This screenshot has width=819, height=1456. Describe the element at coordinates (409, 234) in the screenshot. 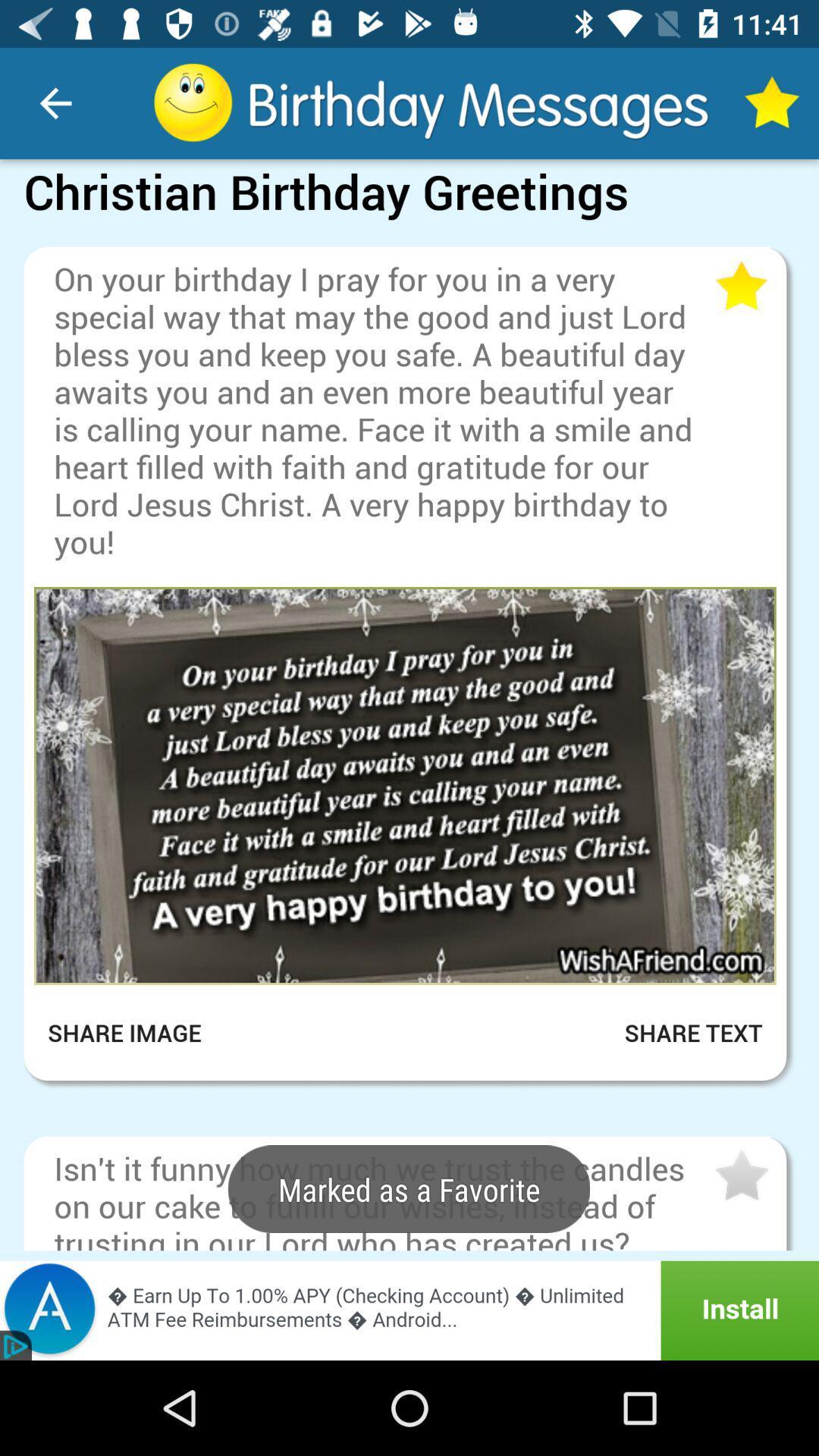

I see `the item below christian birthday greetings item` at that location.